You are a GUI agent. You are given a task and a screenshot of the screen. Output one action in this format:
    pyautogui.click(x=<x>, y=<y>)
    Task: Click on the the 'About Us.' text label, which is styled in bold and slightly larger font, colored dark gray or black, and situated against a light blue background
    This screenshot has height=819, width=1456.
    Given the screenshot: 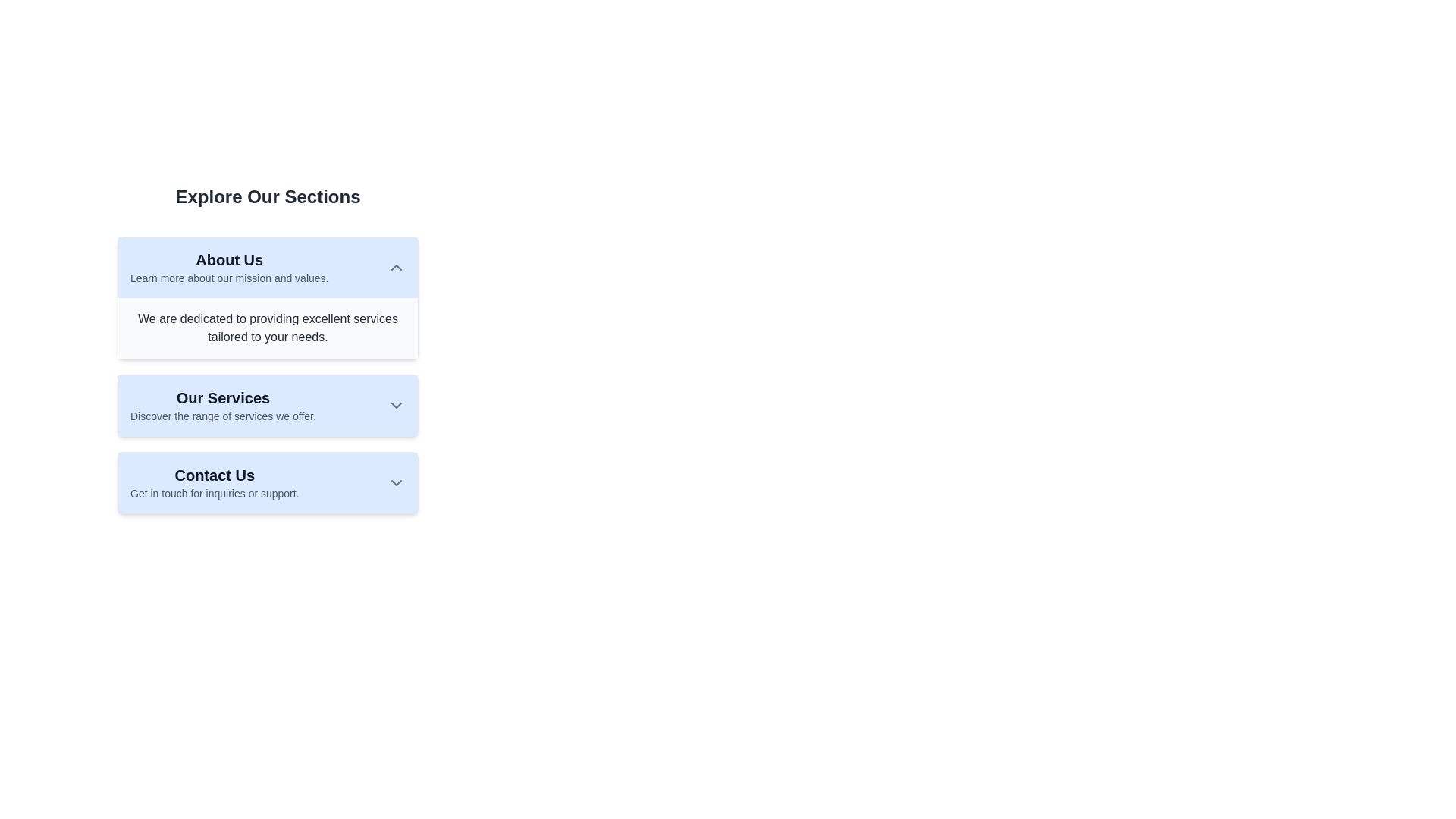 What is the action you would take?
    pyautogui.click(x=228, y=259)
    